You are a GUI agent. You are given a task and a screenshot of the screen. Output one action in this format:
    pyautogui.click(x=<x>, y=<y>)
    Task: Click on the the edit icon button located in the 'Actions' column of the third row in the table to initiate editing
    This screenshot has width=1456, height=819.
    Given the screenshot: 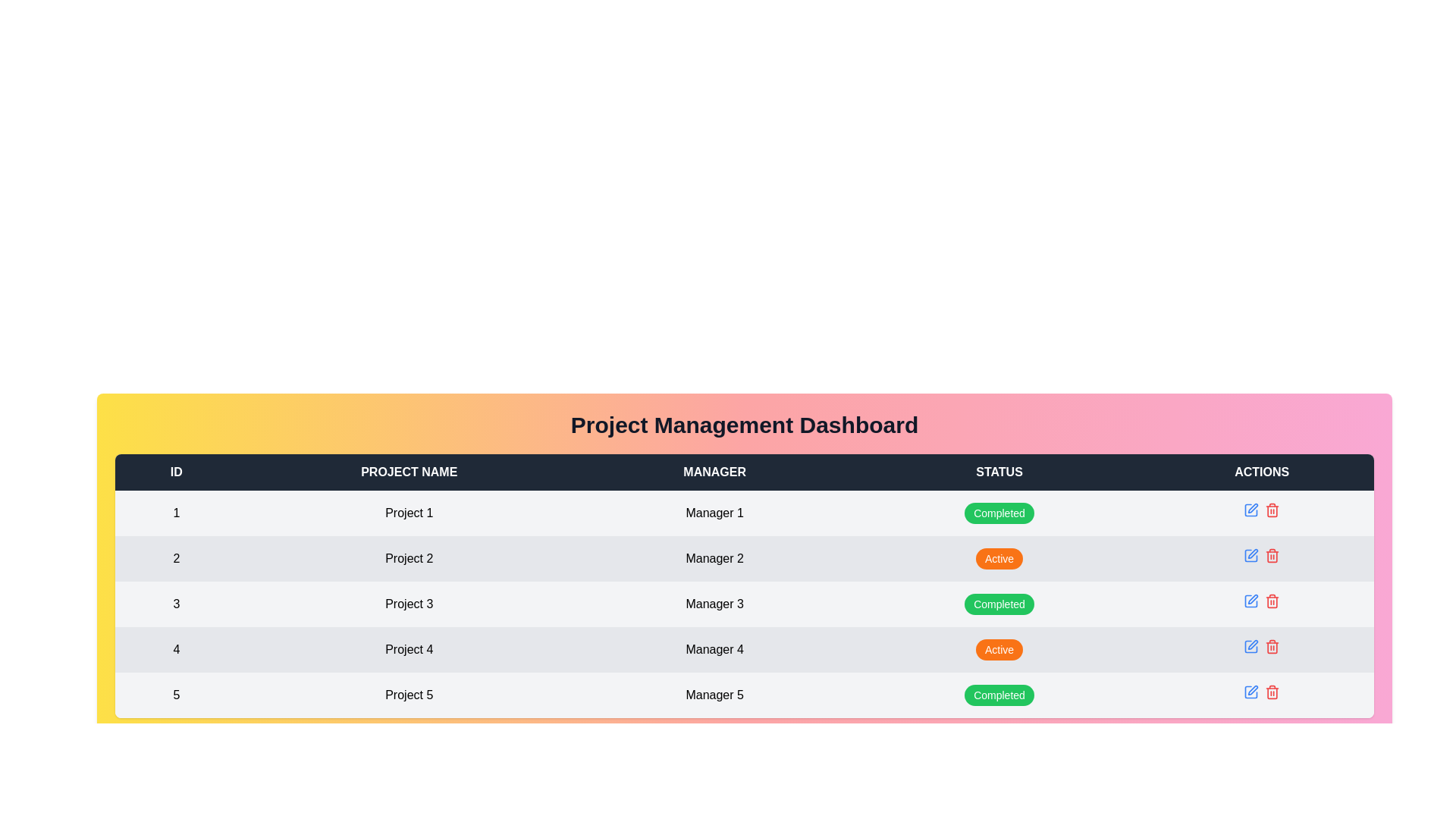 What is the action you would take?
    pyautogui.click(x=1251, y=601)
    